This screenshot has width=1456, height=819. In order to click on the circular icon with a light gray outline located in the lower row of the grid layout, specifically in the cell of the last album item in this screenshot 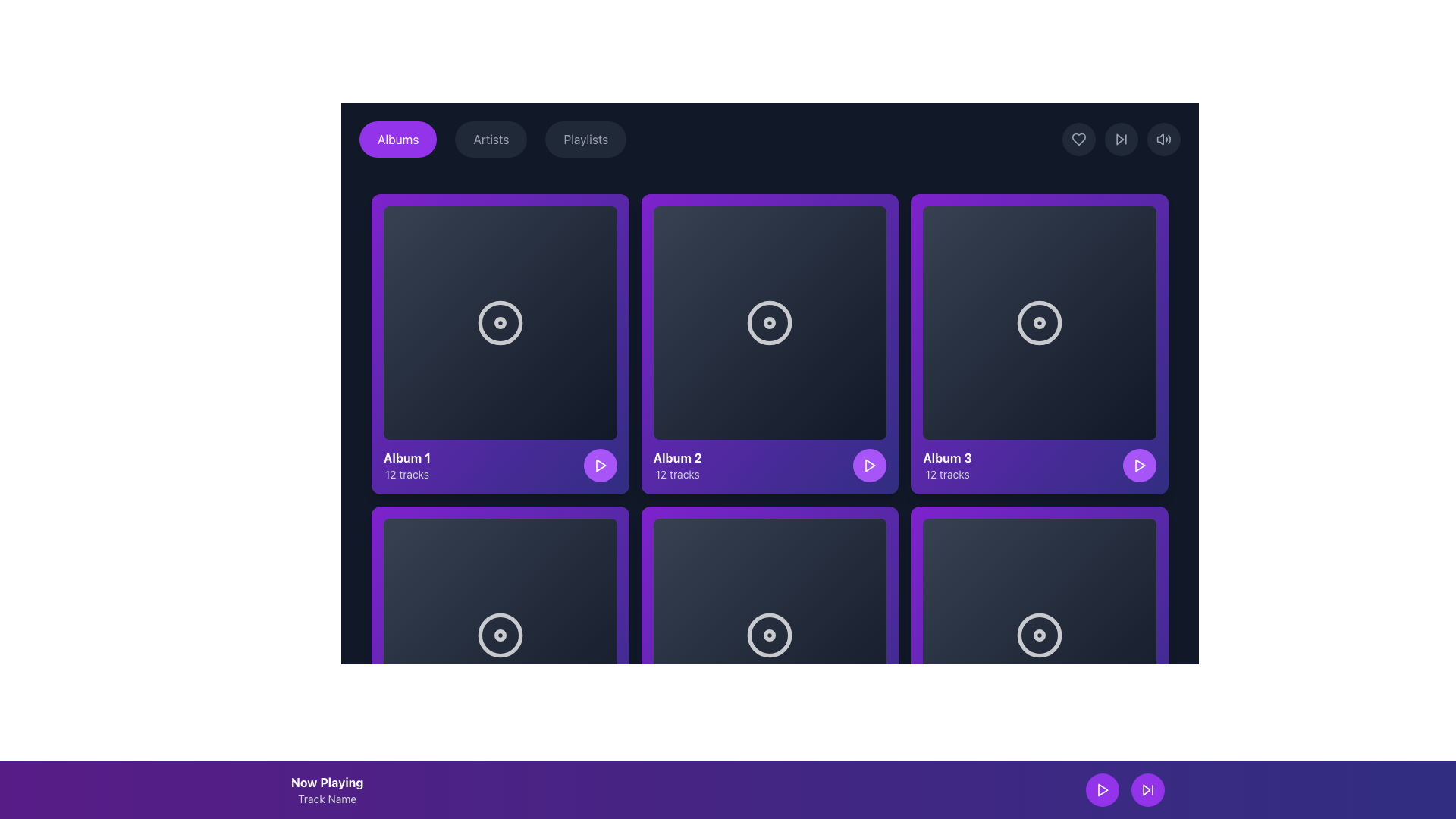, I will do `click(500, 635)`.